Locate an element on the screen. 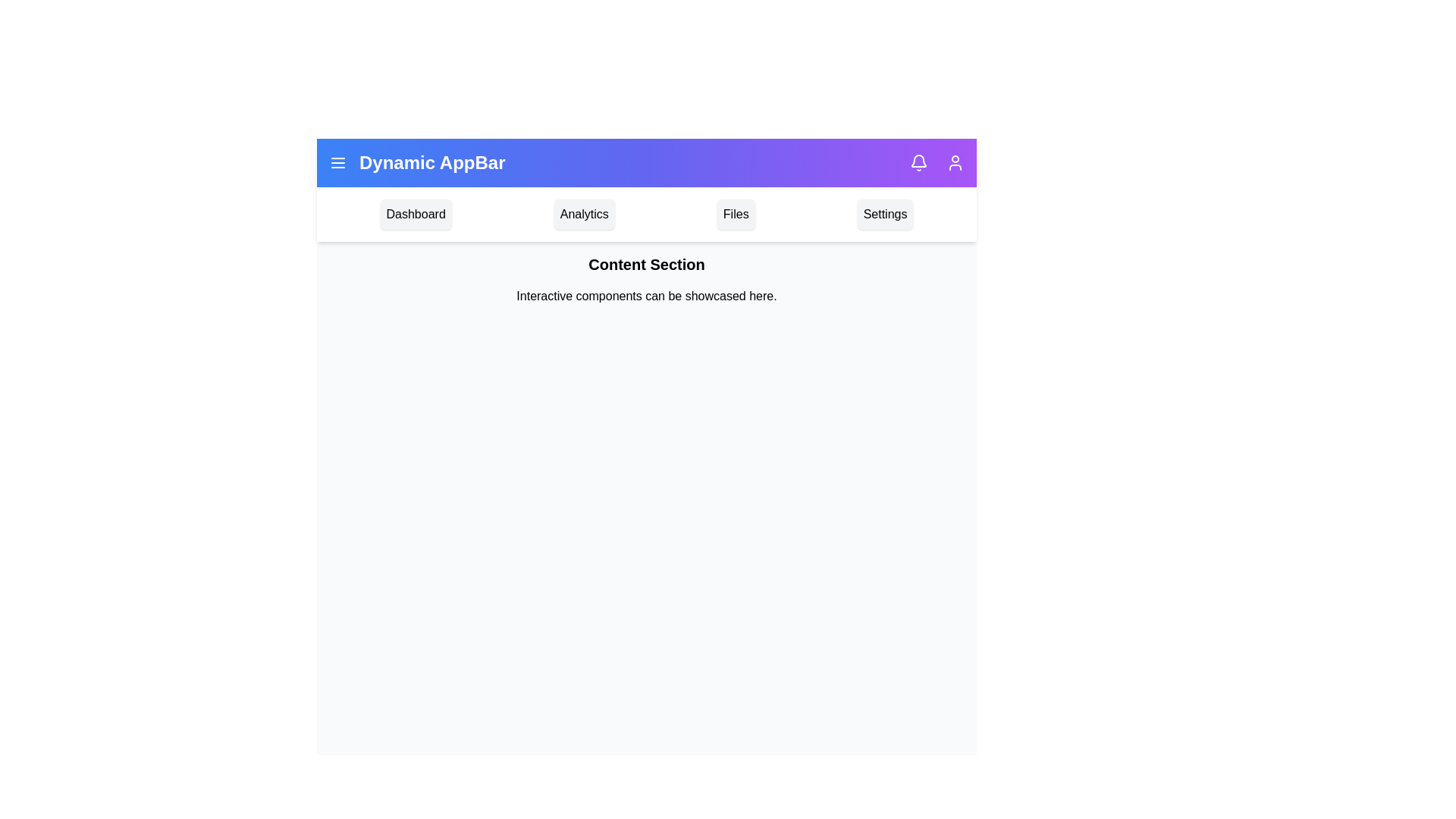 The width and height of the screenshot is (1456, 819). the navigation menu item labeled Analytics is located at coordinates (583, 214).